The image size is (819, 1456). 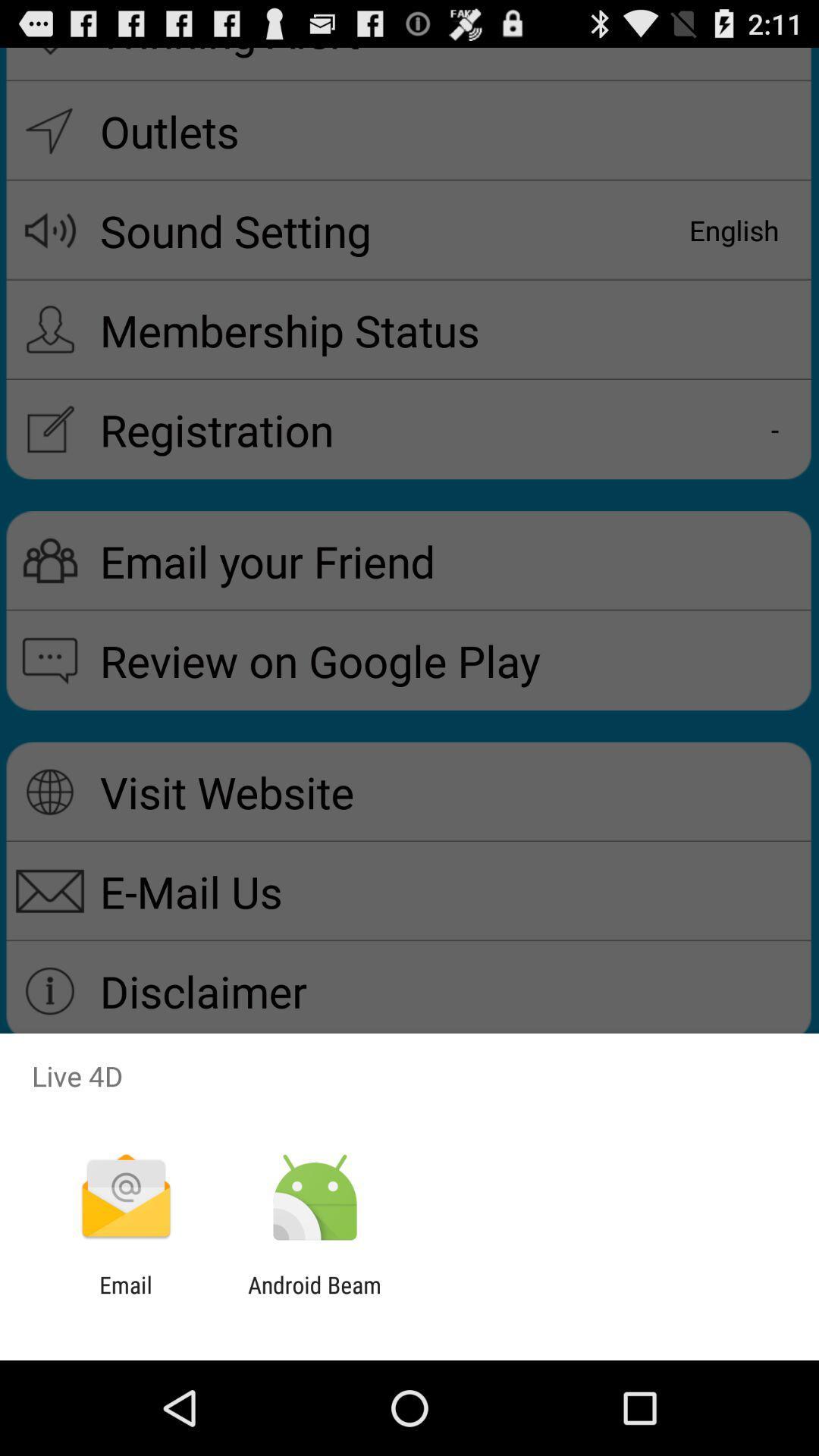 I want to click on android beam app, so click(x=314, y=1298).